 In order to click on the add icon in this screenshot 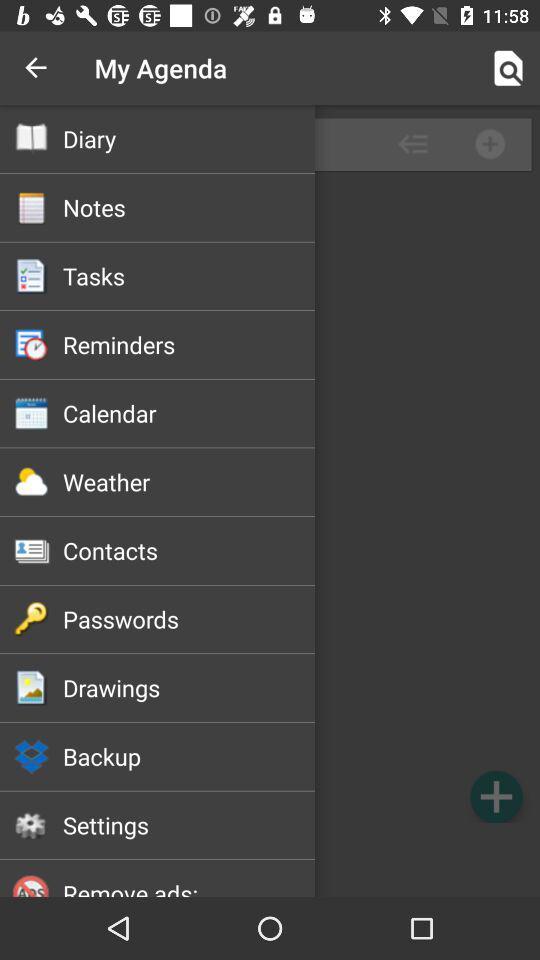, I will do `click(495, 796)`.